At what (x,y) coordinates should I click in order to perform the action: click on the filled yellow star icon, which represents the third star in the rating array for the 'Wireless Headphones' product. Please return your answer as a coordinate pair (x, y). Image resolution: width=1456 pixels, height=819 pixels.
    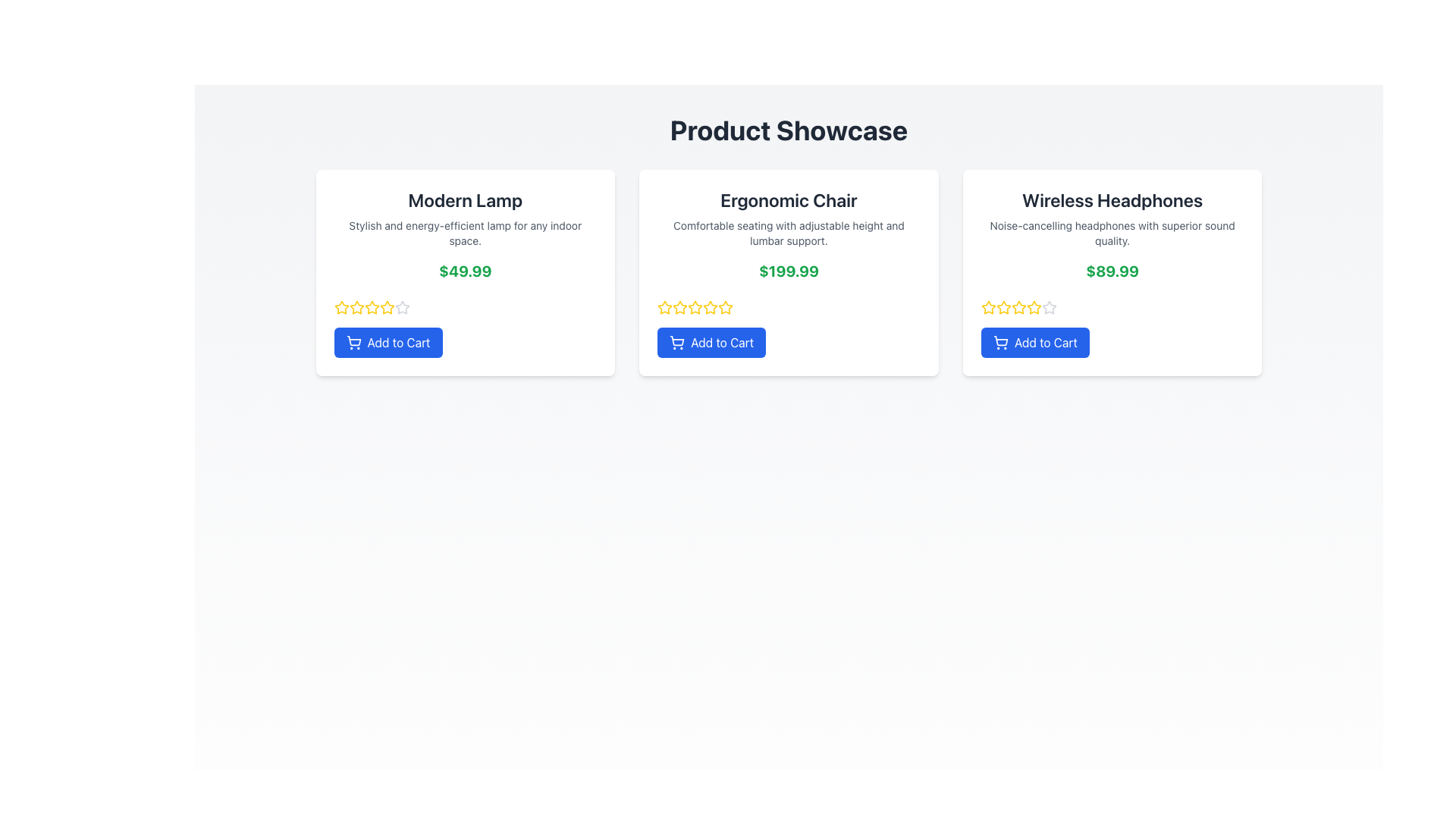
    Looking at the image, I should click on (1018, 307).